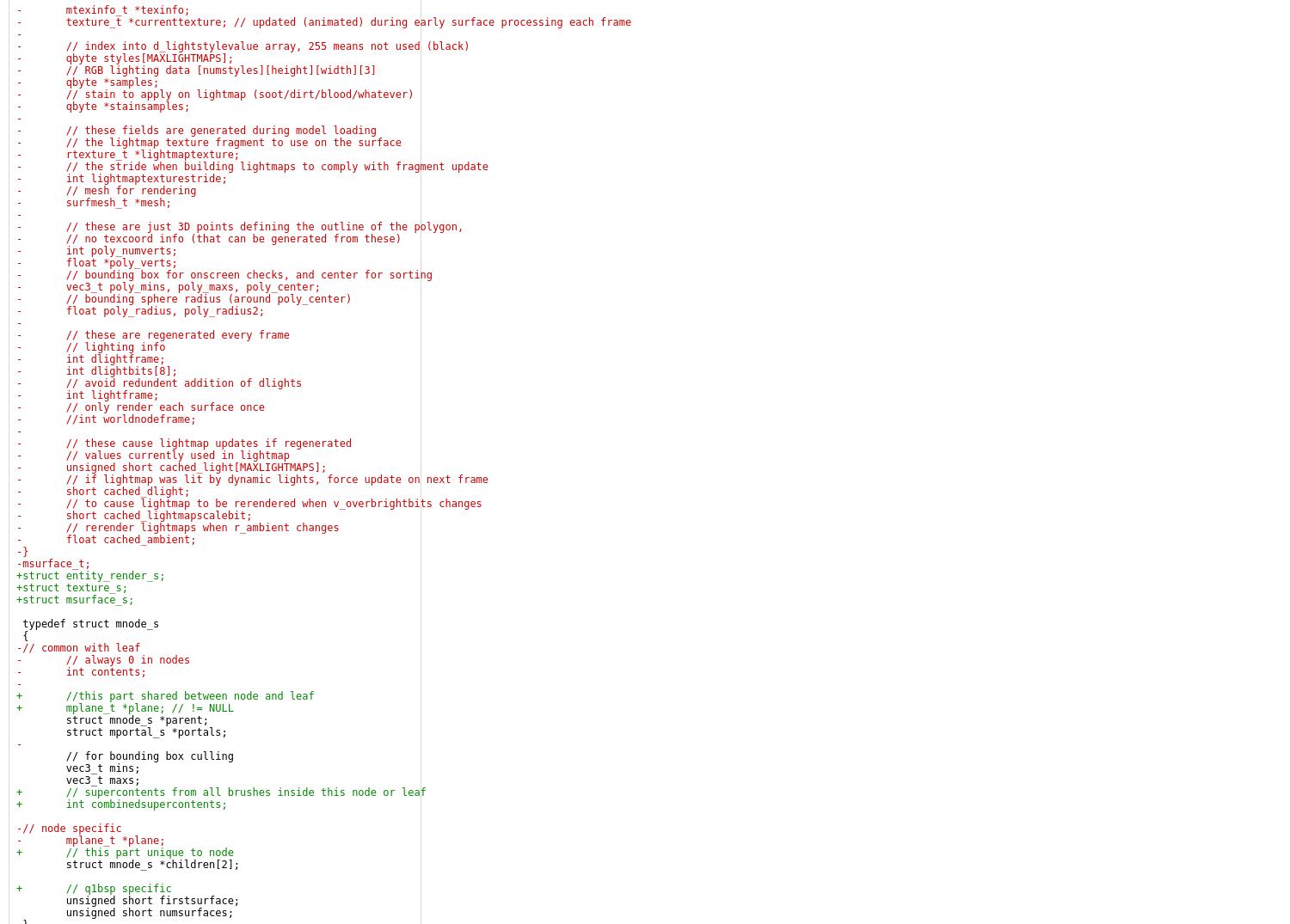  I want to click on '+       // this part unique to node', so click(125, 852).